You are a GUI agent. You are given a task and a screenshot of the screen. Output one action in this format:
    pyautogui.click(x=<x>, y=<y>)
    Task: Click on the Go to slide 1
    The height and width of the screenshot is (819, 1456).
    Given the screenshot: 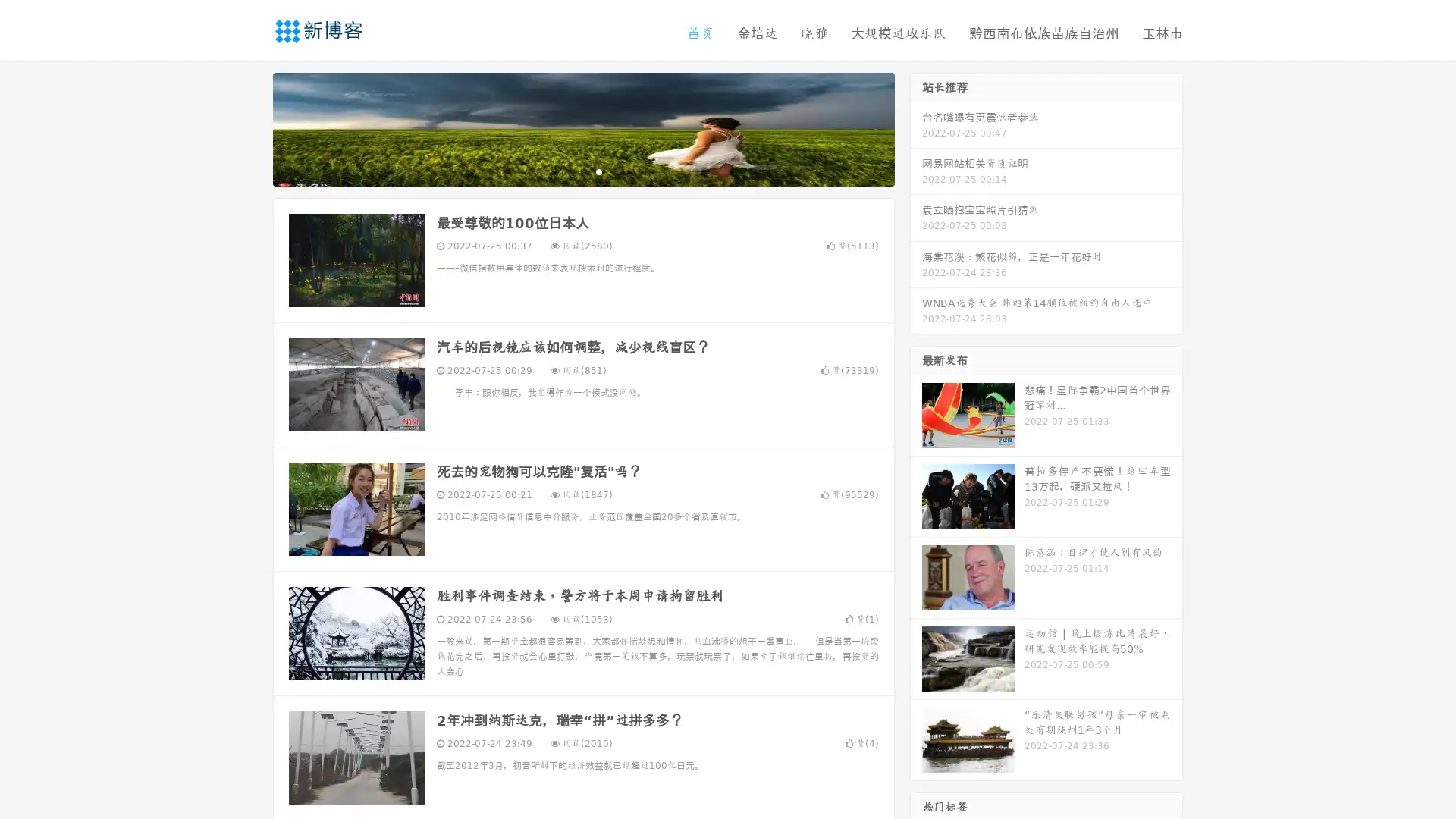 What is the action you would take?
    pyautogui.click(x=567, y=171)
    